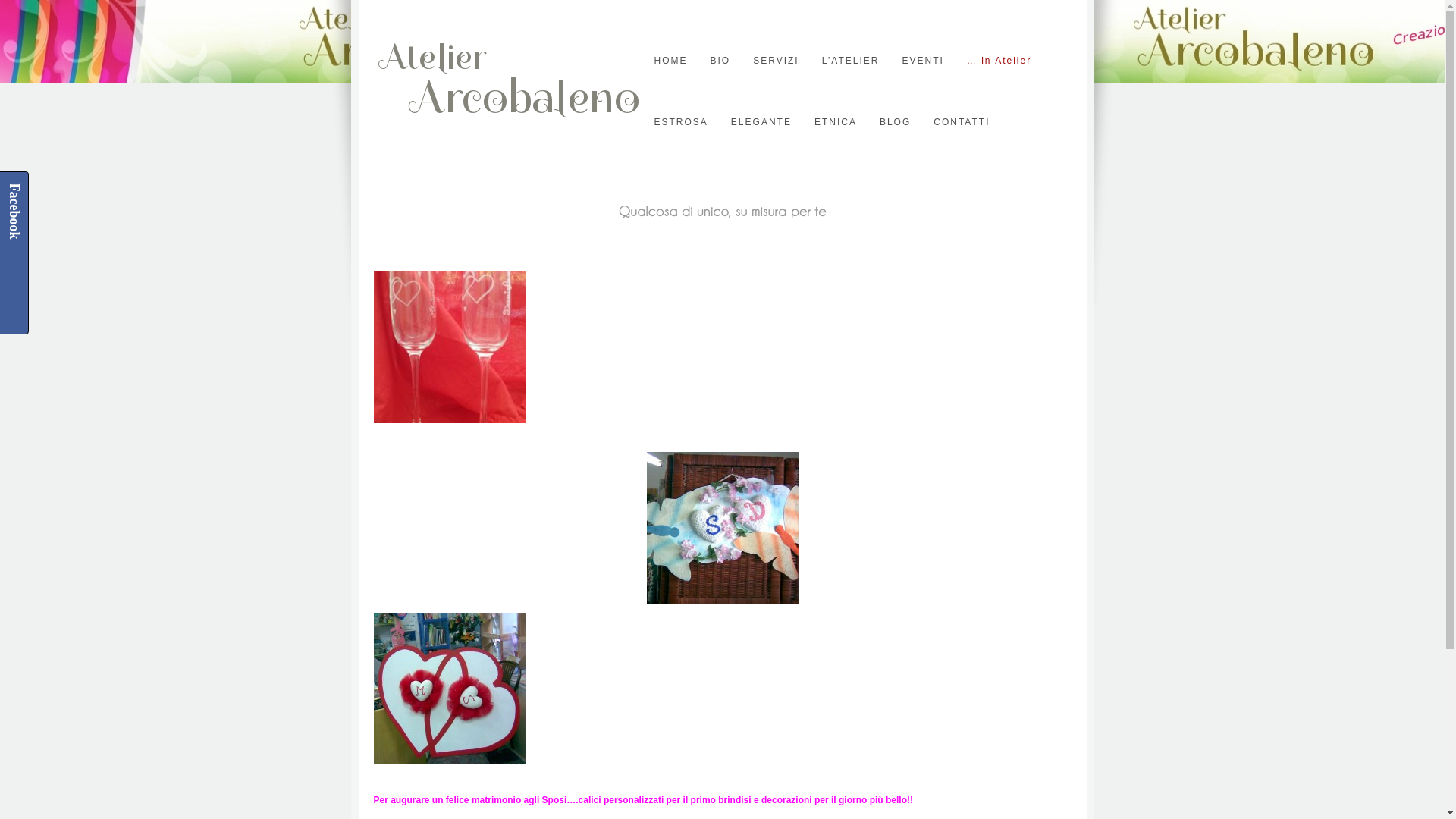 The image size is (1456, 819). What do you see at coordinates (669, 60) in the screenshot?
I see `'HOME'` at bounding box center [669, 60].